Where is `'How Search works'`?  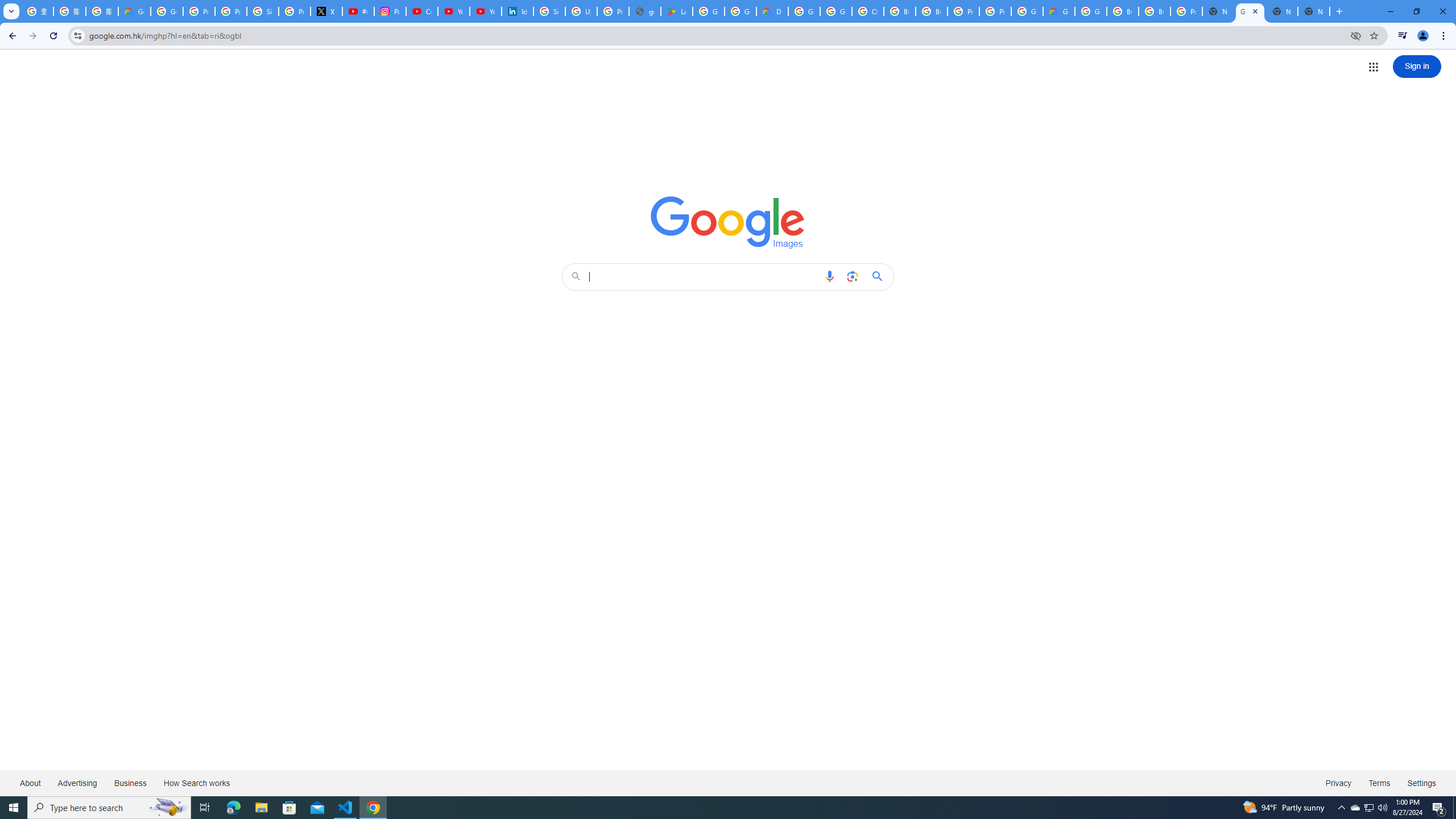
'How Search works' is located at coordinates (196, 782).